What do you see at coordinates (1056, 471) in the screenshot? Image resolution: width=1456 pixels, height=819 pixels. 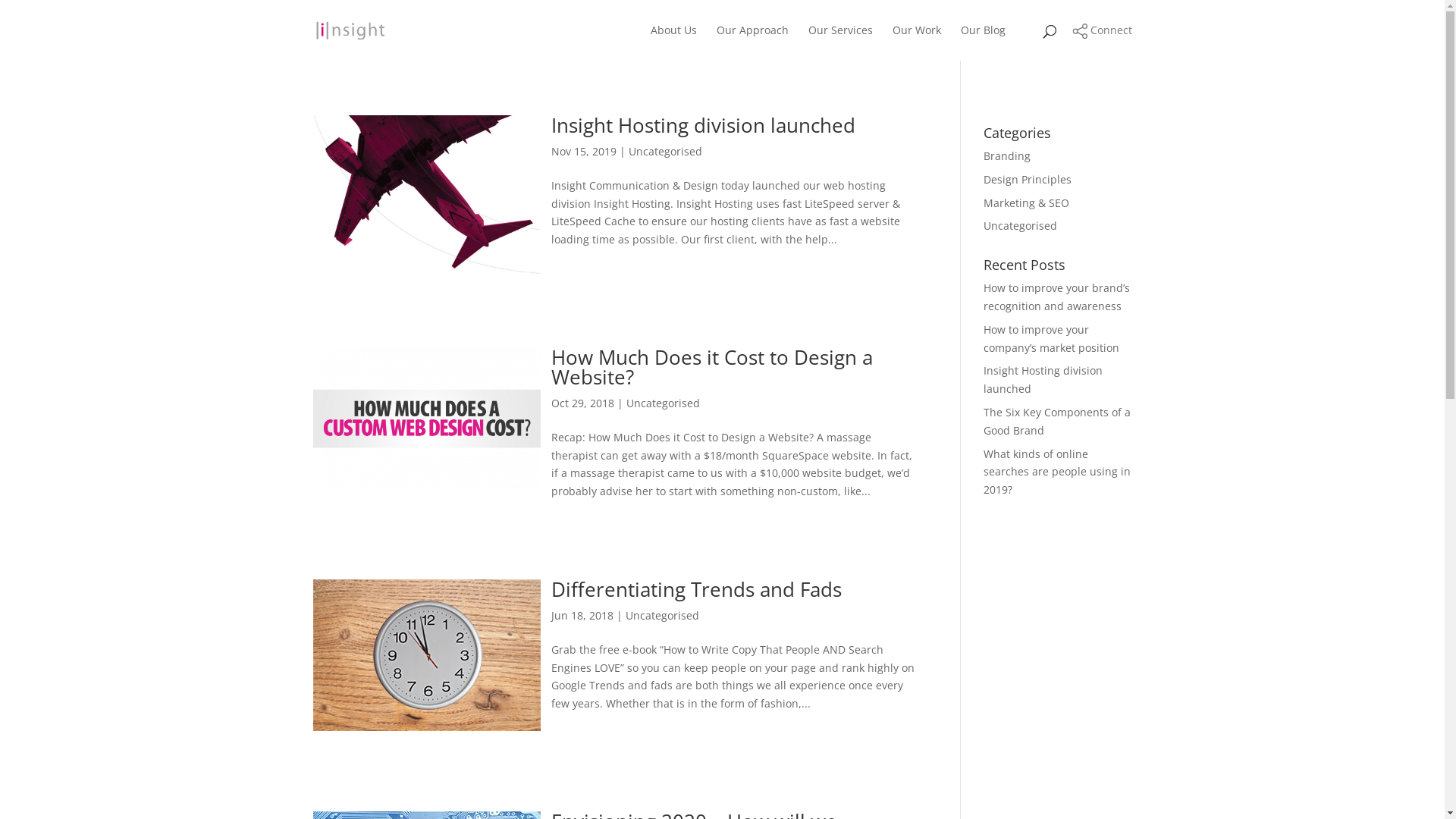 I see `'What kinds of online searches are people using in 2019?'` at bounding box center [1056, 471].